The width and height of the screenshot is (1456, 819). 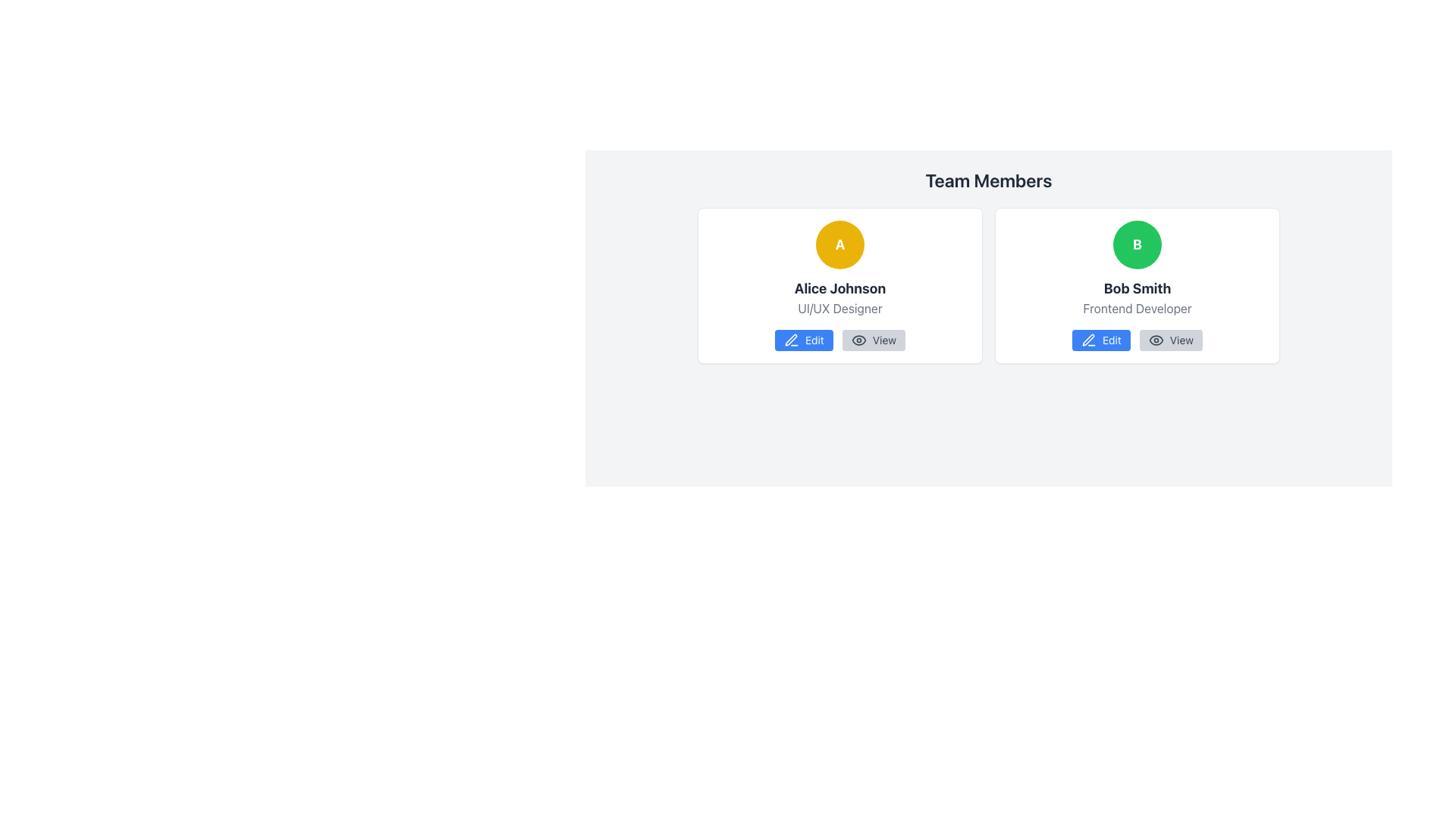 What do you see at coordinates (1087, 339) in the screenshot?
I see `the pen-shaped blue icon located to the left of the 'Edit' button for 'Bob Smith'` at bounding box center [1087, 339].